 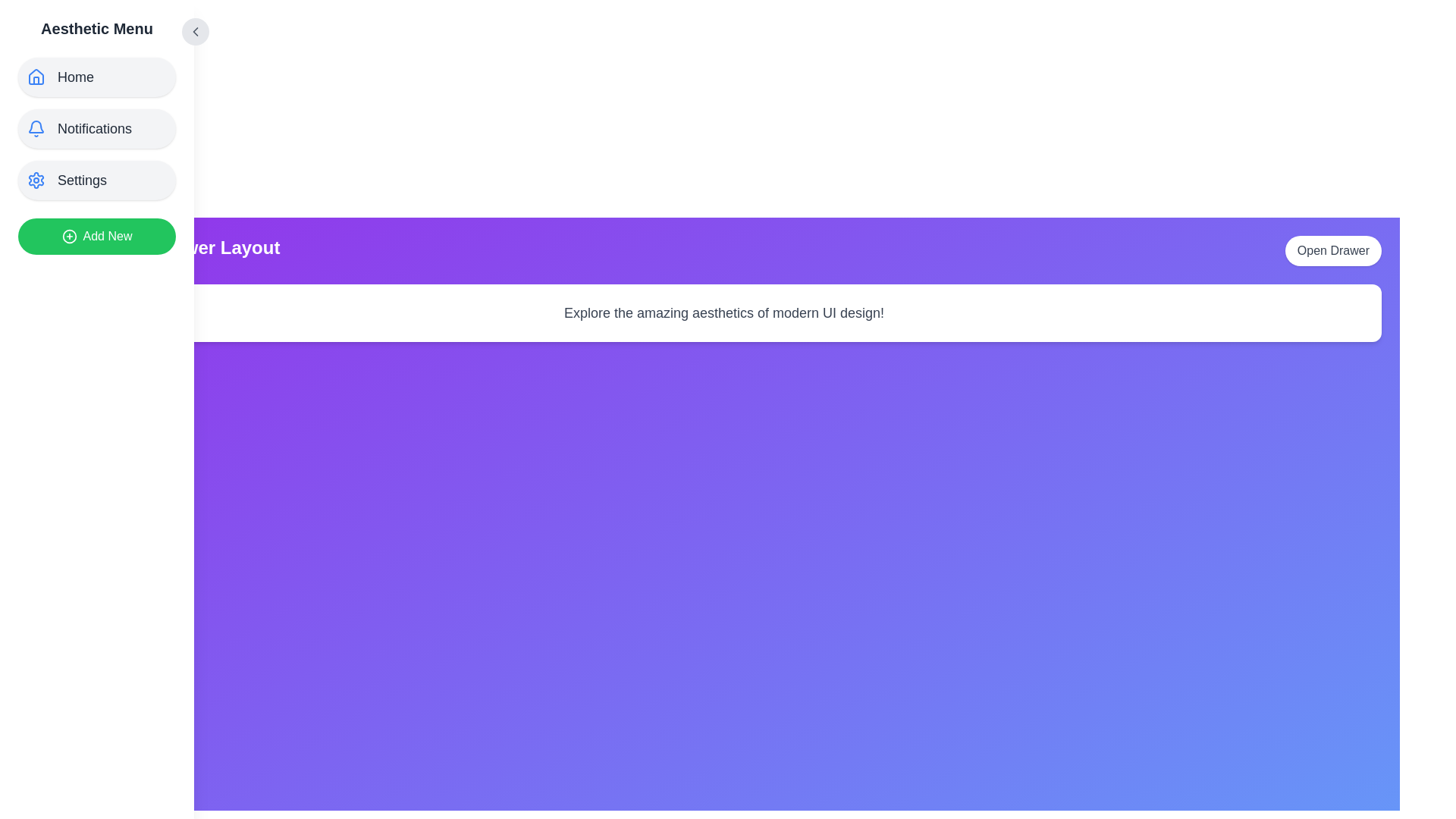 What do you see at coordinates (96, 227) in the screenshot?
I see `the green 'Add New' button with a plus icon located in the 'Aesthetic Menu' panel to observe any visual feedback` at bounding box center [96, 227].